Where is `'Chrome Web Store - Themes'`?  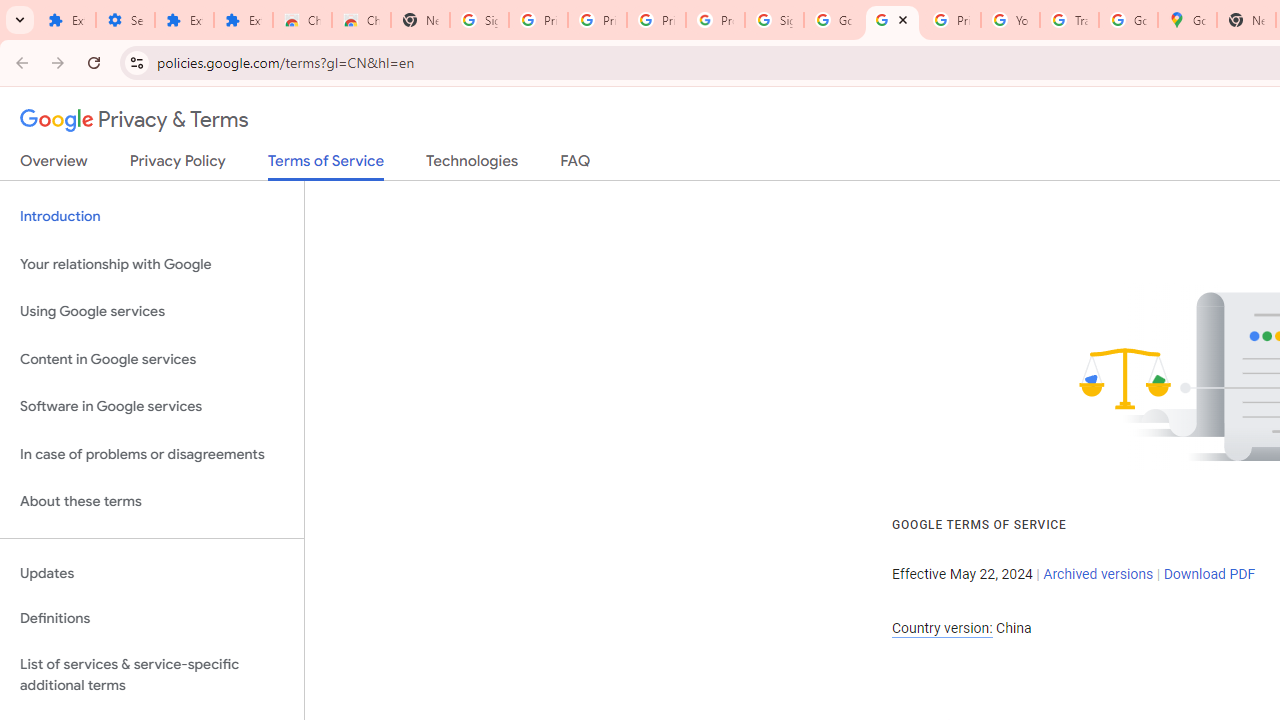 'Chrome Web Store - Themes' is located at coordinates (360, 20).